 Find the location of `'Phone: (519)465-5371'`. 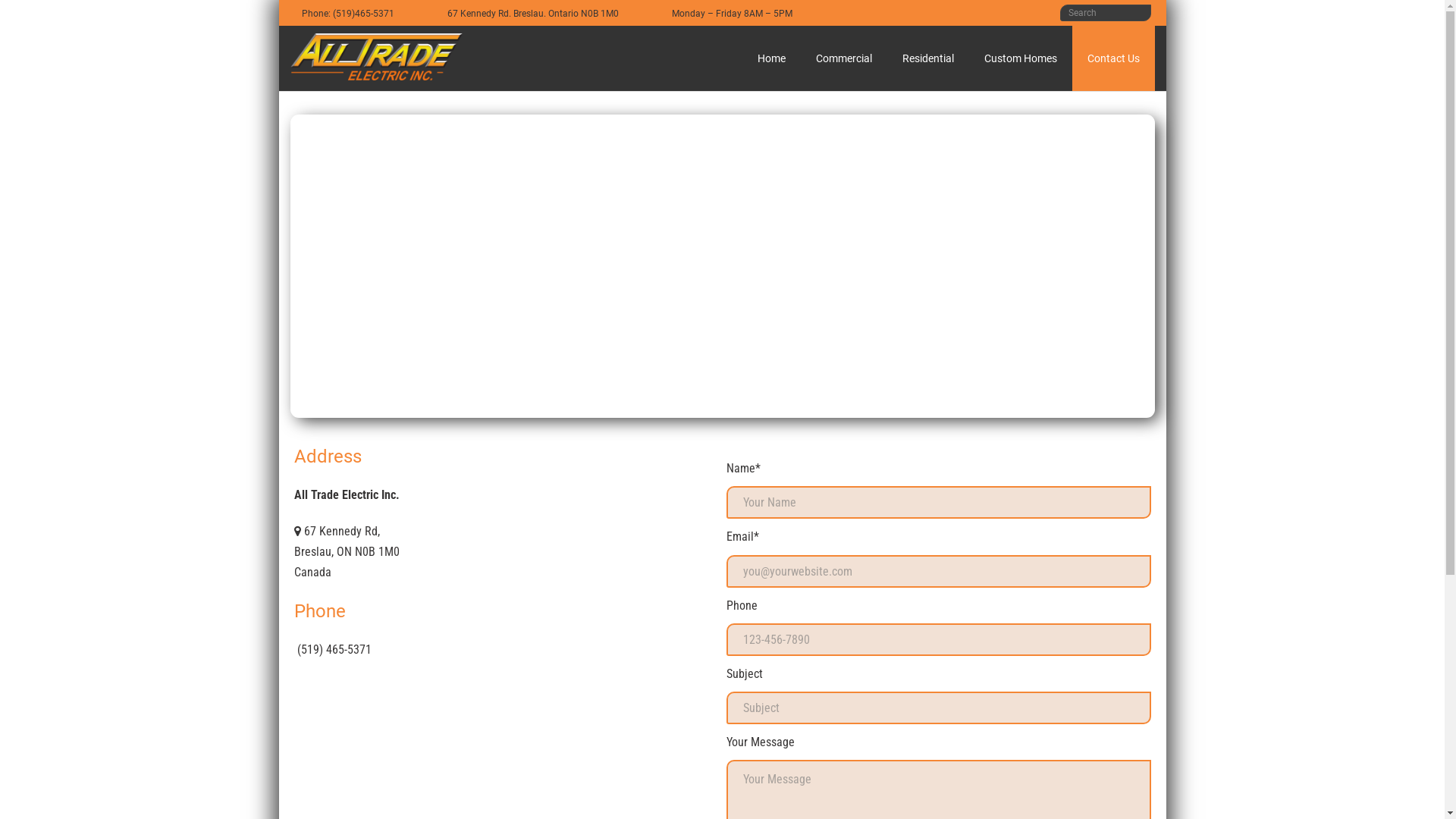

'Phone: (519)465-5371' is located at coordinates (346, 12).